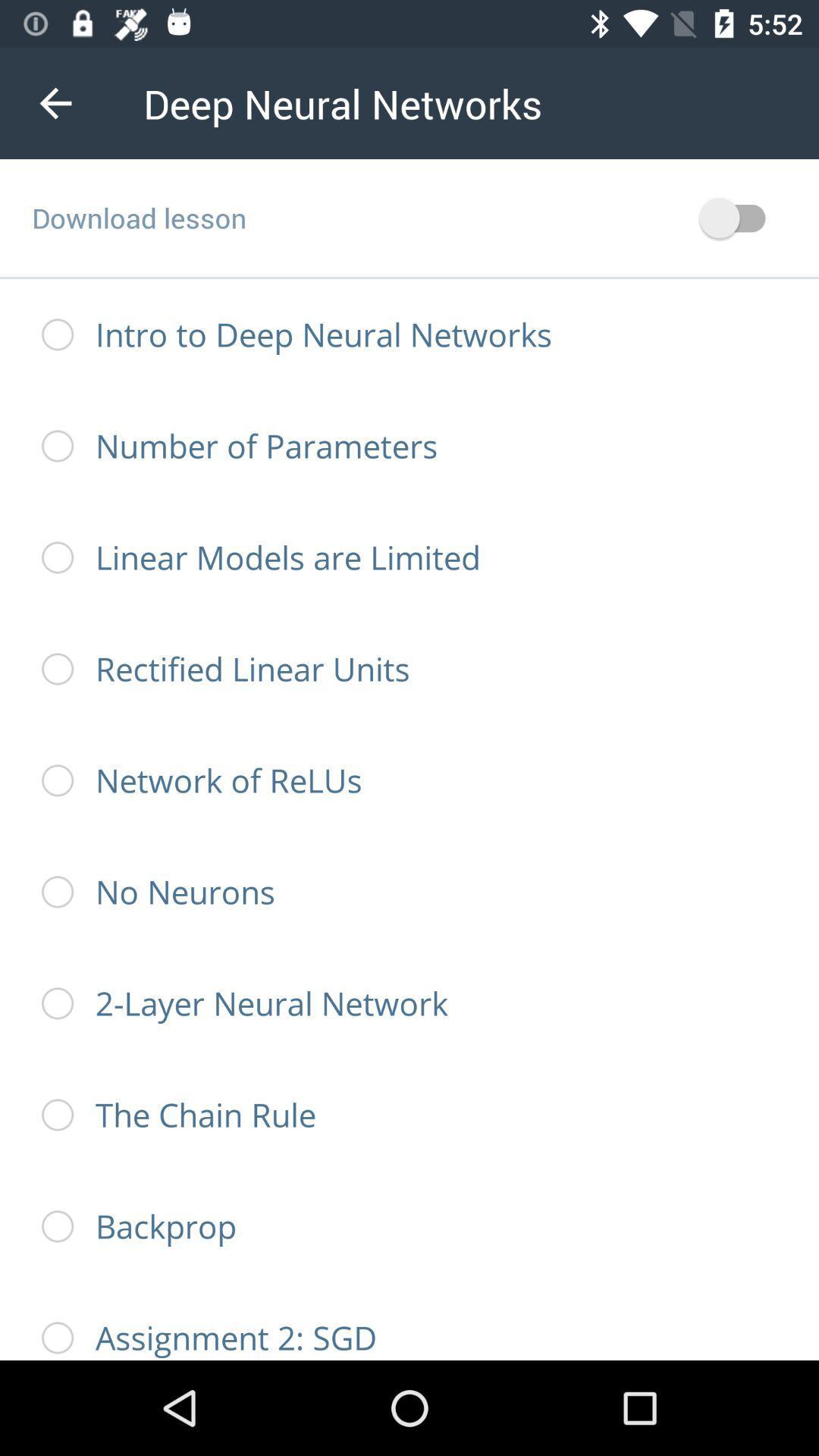  What do you see at coordinates (739, 217) in the screenshot?
I see `option` at bounding box center [739, 217].